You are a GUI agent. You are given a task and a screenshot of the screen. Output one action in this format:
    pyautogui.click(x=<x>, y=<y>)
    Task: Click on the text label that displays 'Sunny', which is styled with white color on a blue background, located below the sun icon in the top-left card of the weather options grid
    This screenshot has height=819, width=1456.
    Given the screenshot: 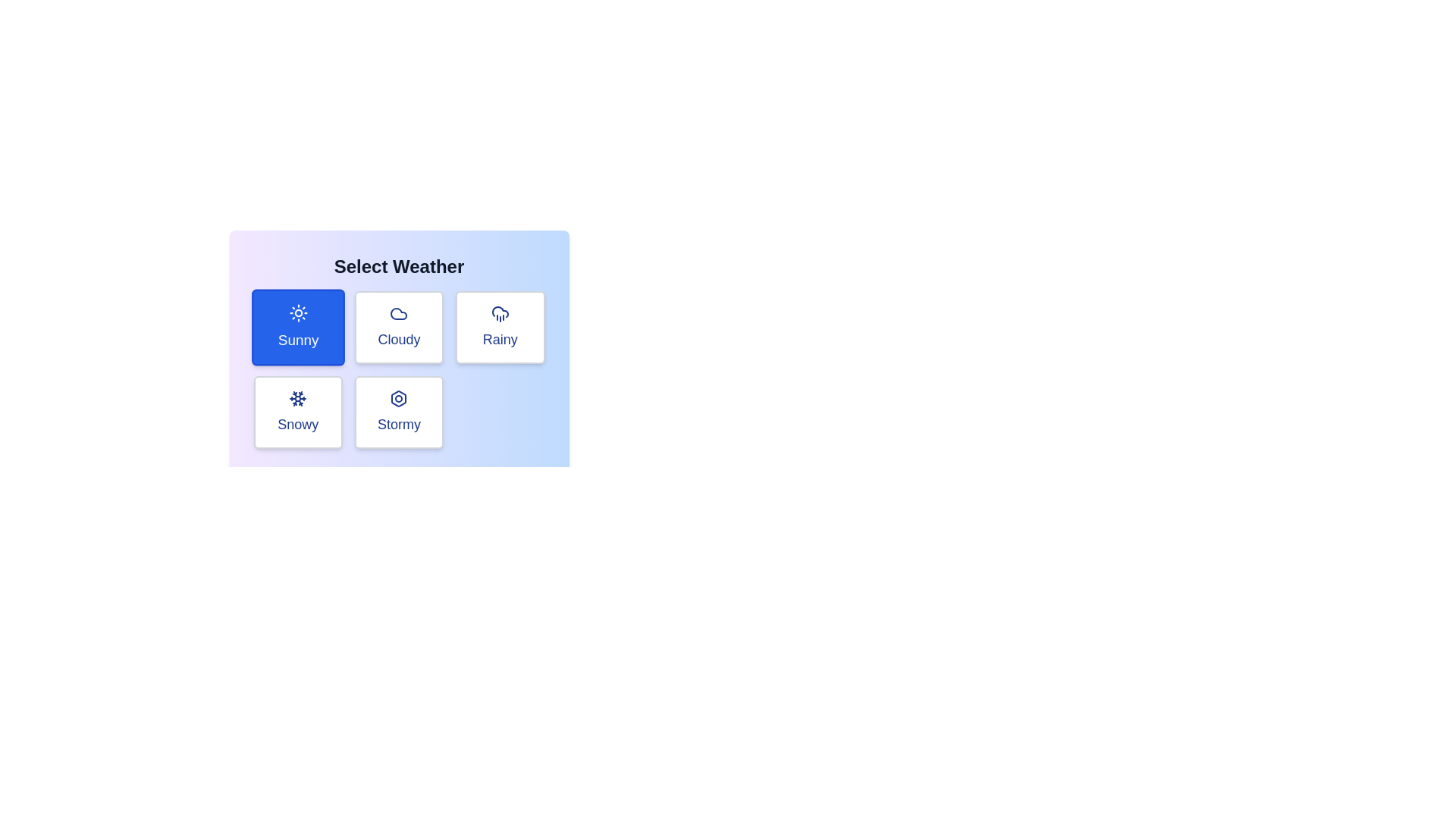 What is the action you would take?
    pyautogui.click(x=298, y=339)
    